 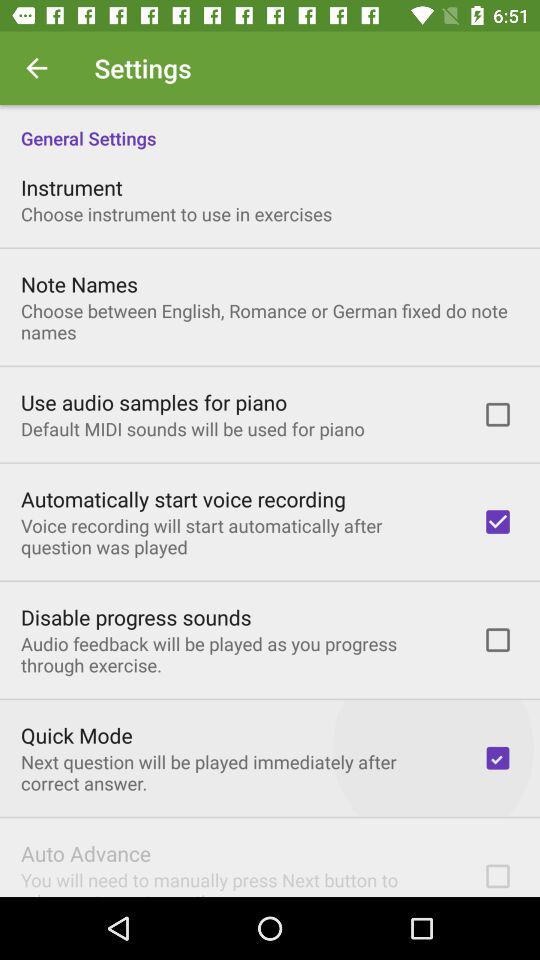 What do you see at coordinates (85, 852) in the screenshot?
I see `auto advance item` at bounding box center [85, 852].